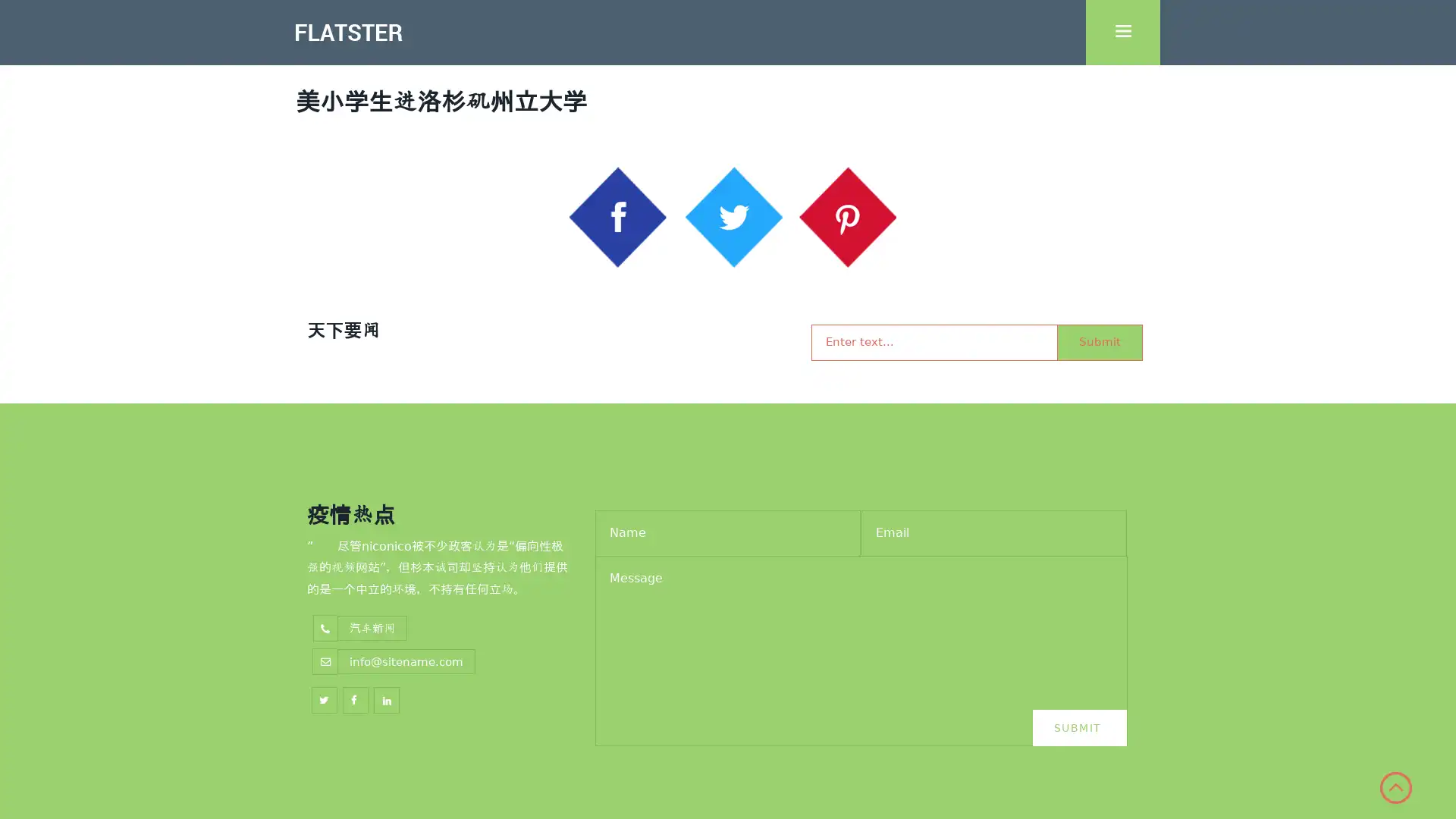 This screenshot has height=819, width=1456. What do you see at coordinates (1093, 342) in the screenshot?
I see `Submit` at bounding box center [1093, 342].